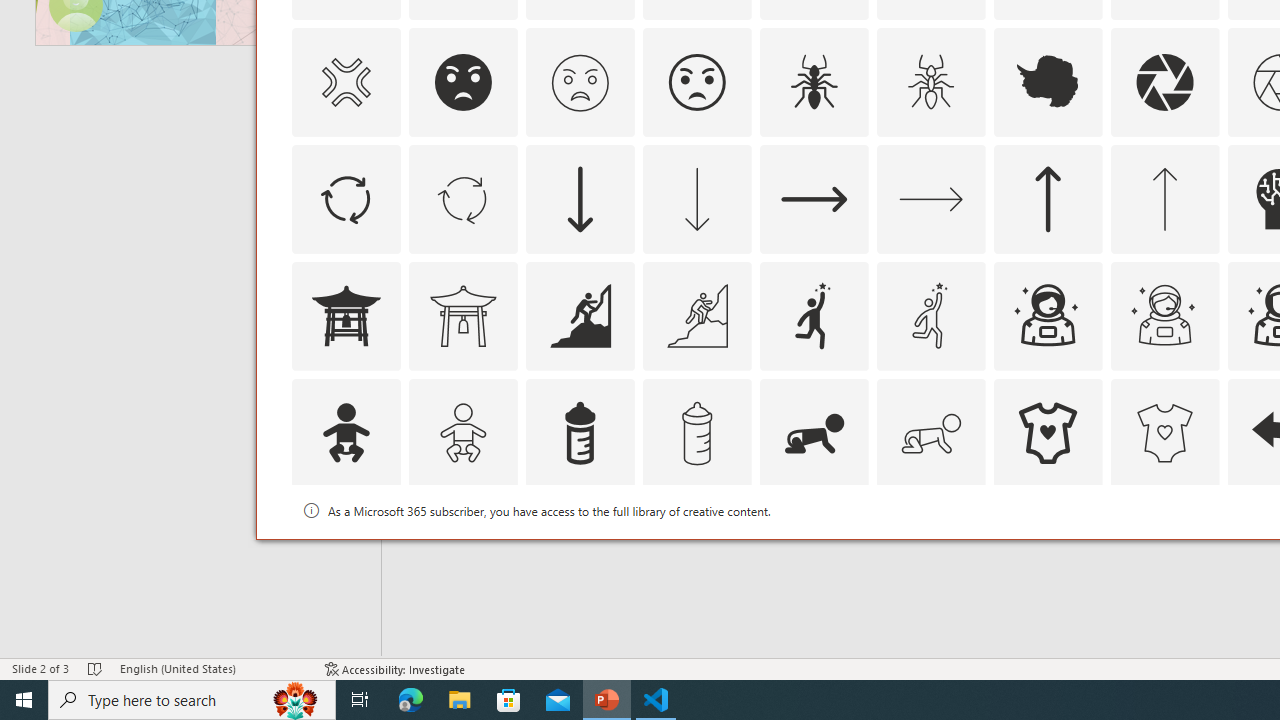 This screenshot has width=1280, height=720. Describe the element at coordinates (410, 698) in the screenshot. I see `'Microsoft Edge'` at that location.